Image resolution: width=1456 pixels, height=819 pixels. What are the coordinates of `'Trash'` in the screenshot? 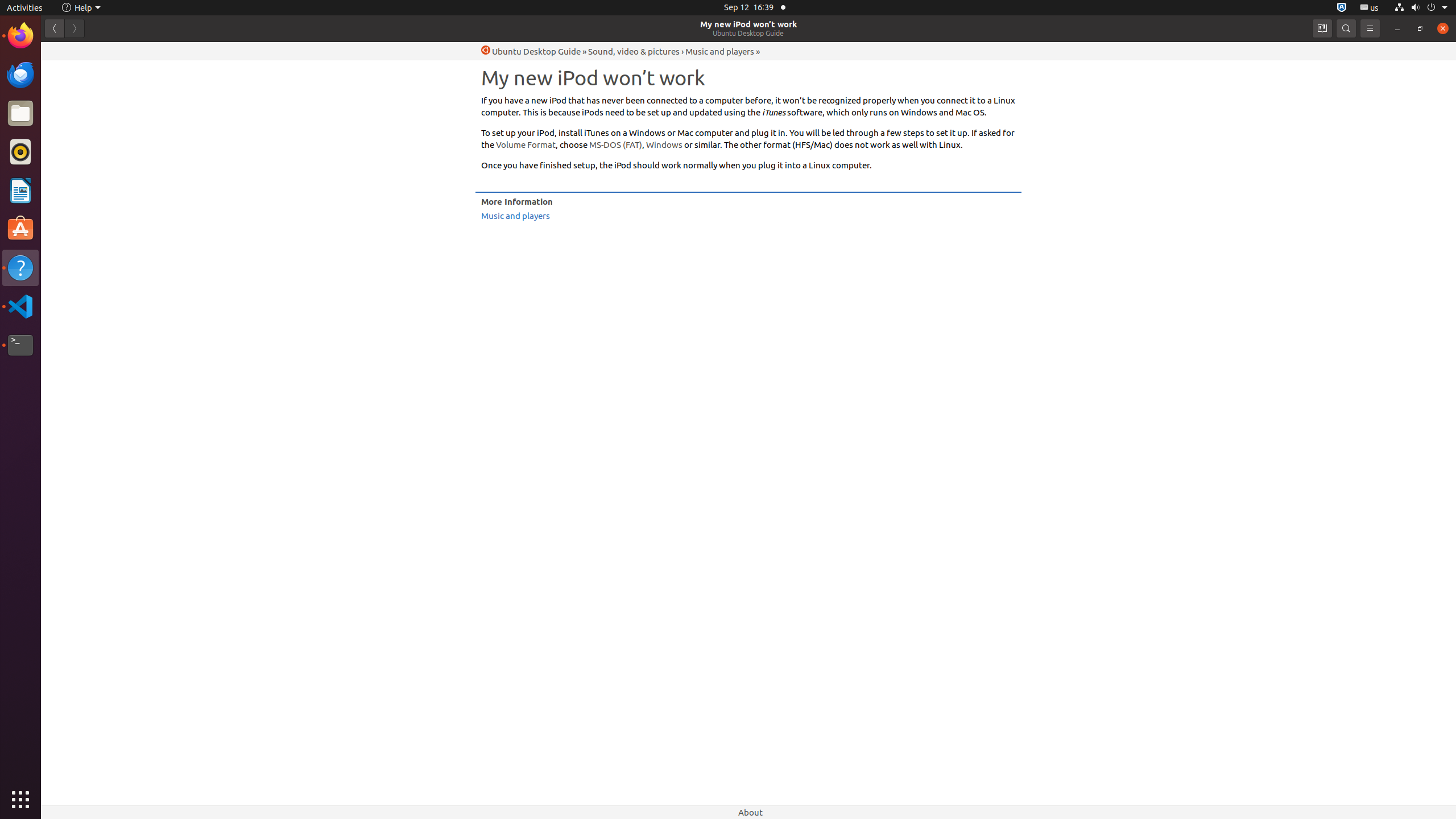 It's located at (76, 107).